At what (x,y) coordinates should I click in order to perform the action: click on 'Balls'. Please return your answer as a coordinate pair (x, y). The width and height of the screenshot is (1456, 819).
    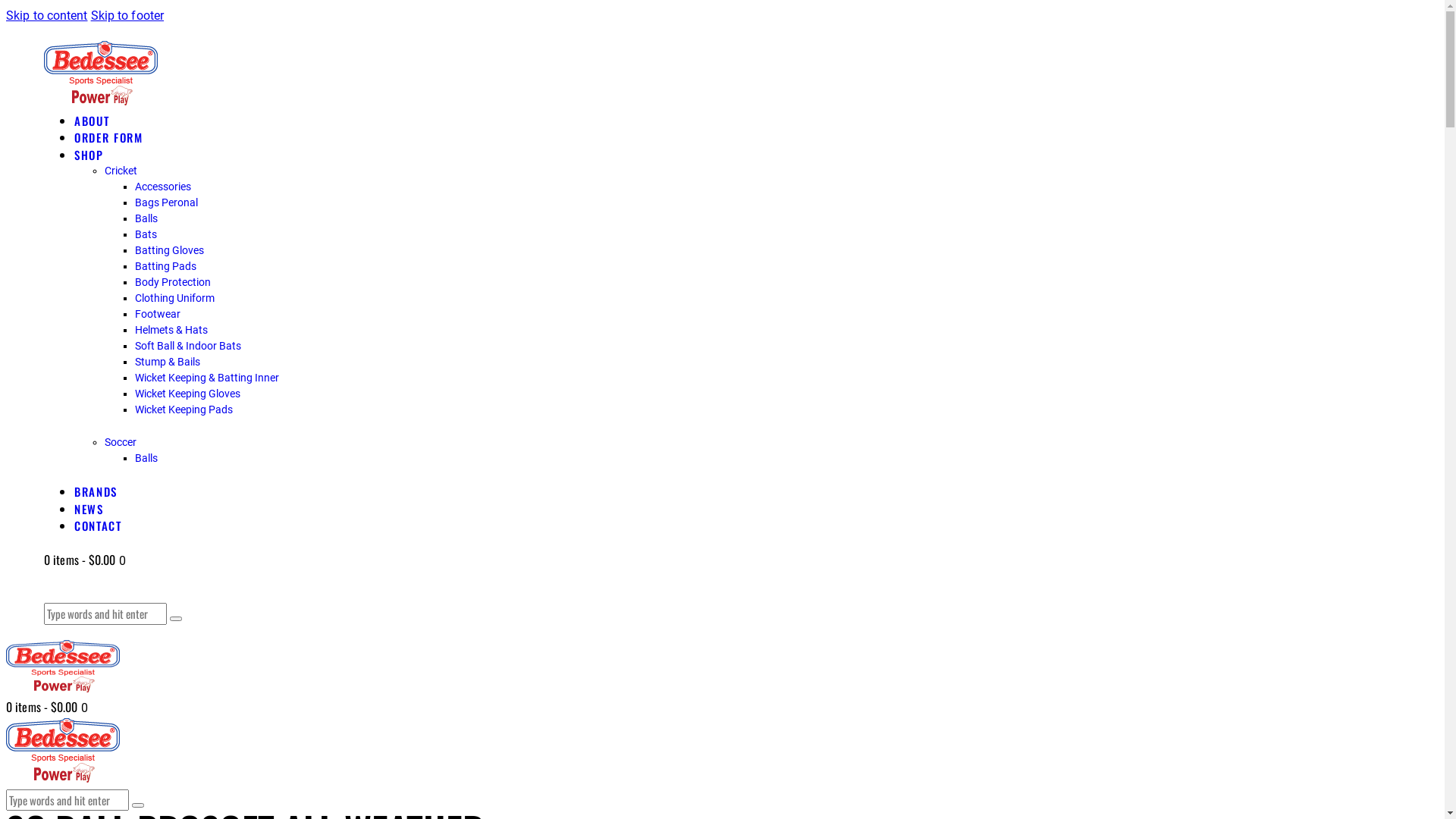
    Looking at the image, I should click on (146, 218).